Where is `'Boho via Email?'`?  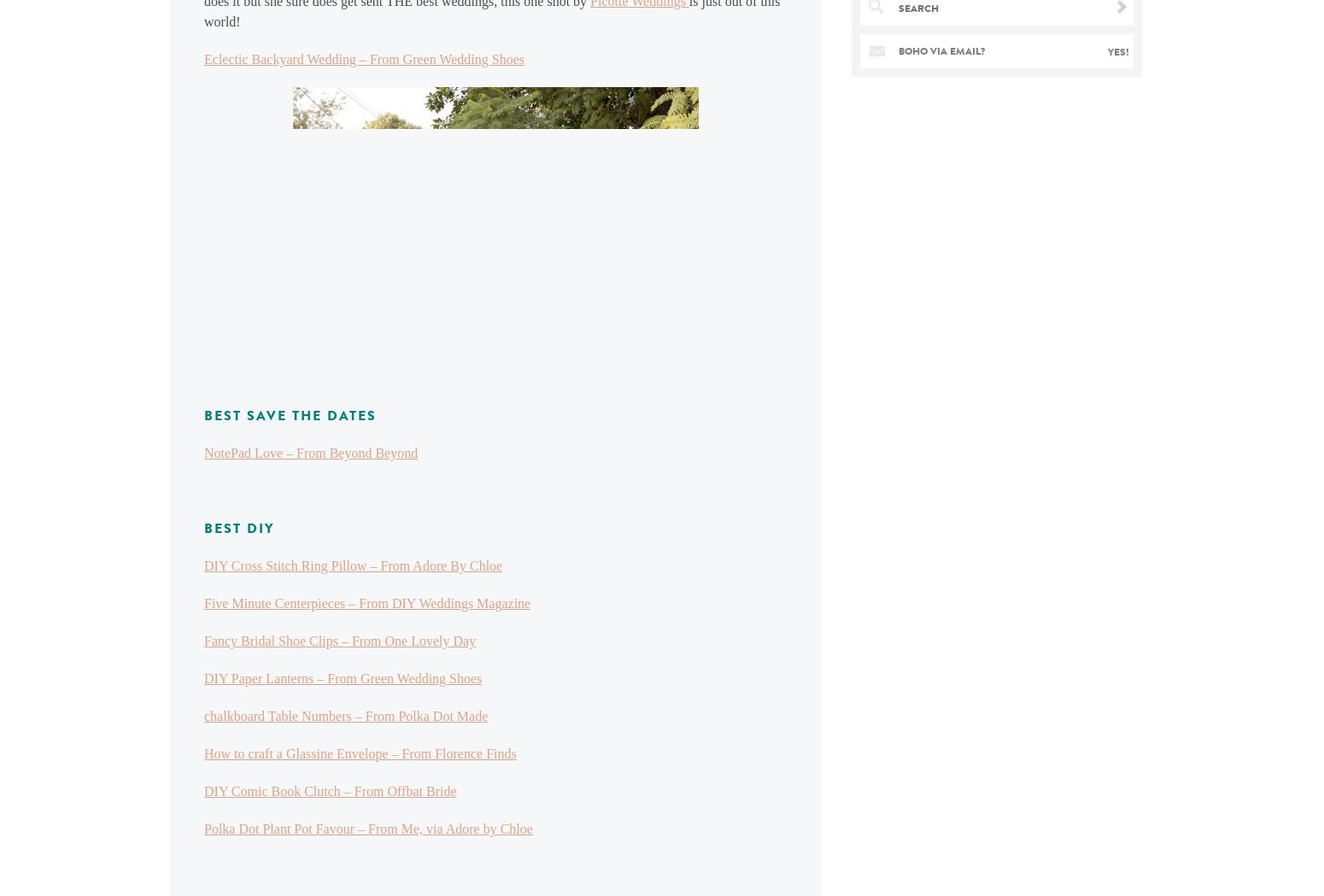 'Boho via Email?' is located at coordinates (898, 51).